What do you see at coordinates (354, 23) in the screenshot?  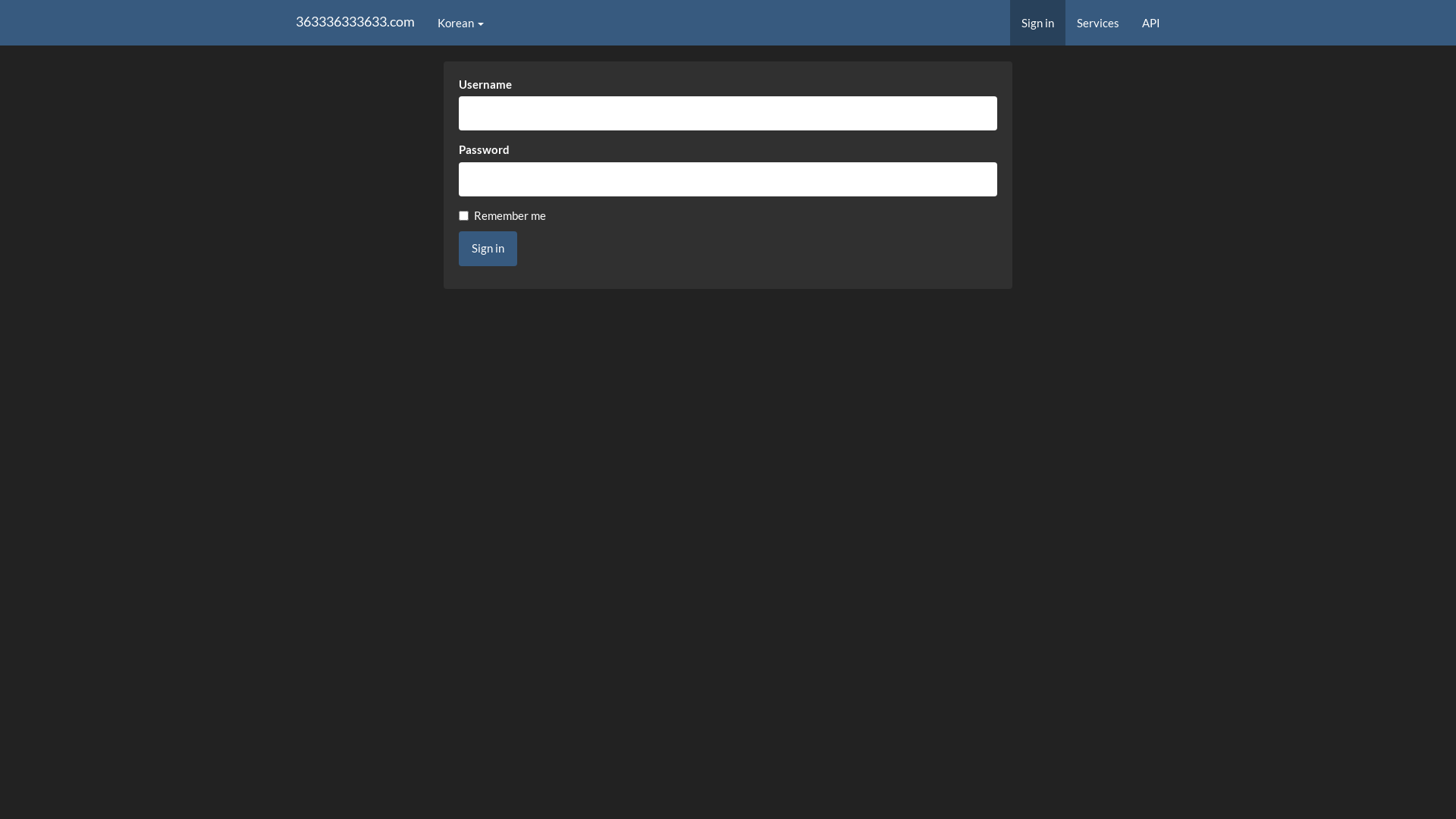 I see `'363336333633.com'` at bounding box center [354, 23].